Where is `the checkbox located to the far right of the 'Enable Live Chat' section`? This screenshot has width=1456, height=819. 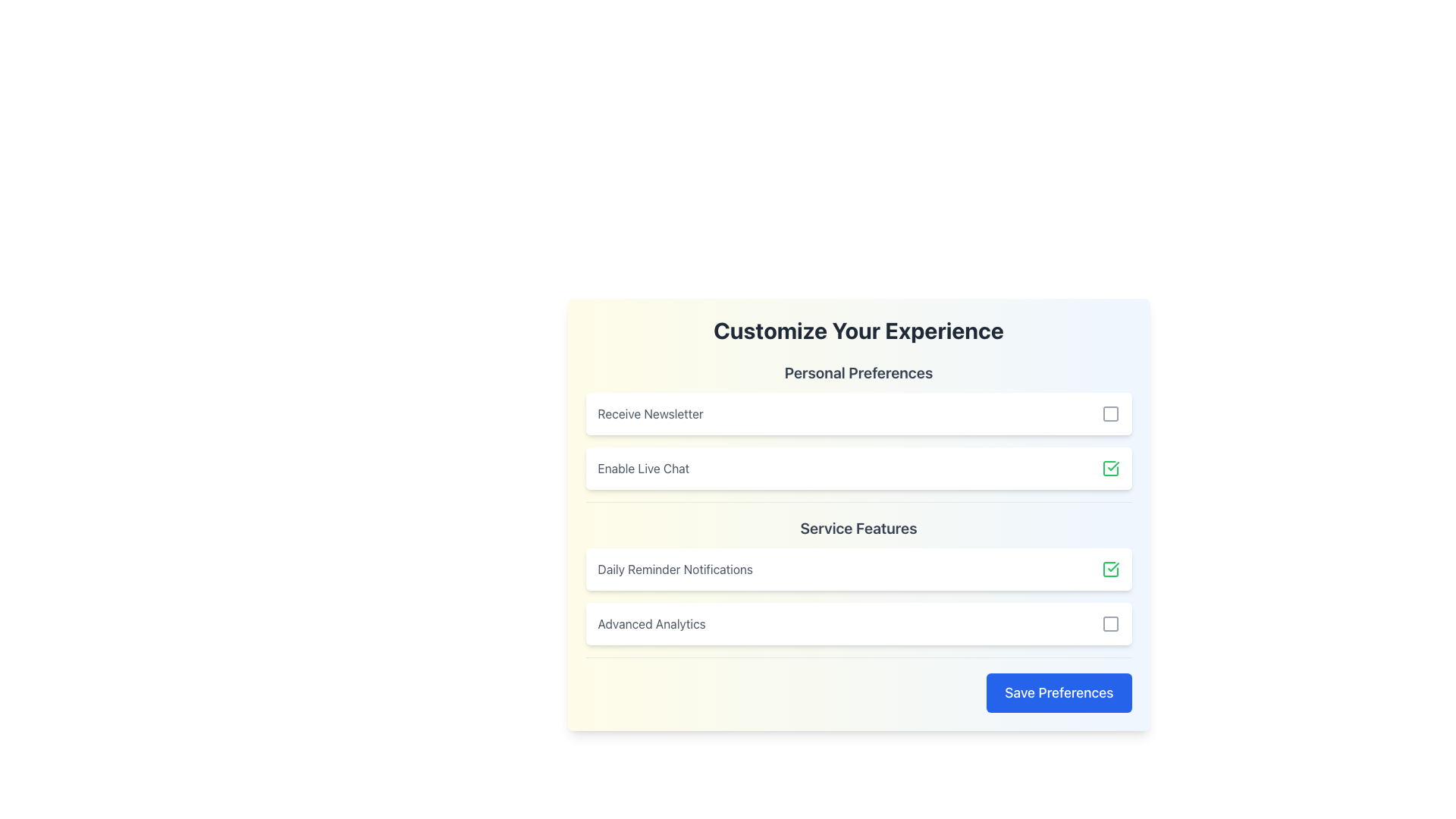
the checkbox located to the far right of the 'Enable Live Chat' section is located at coordinates (1110, 467).